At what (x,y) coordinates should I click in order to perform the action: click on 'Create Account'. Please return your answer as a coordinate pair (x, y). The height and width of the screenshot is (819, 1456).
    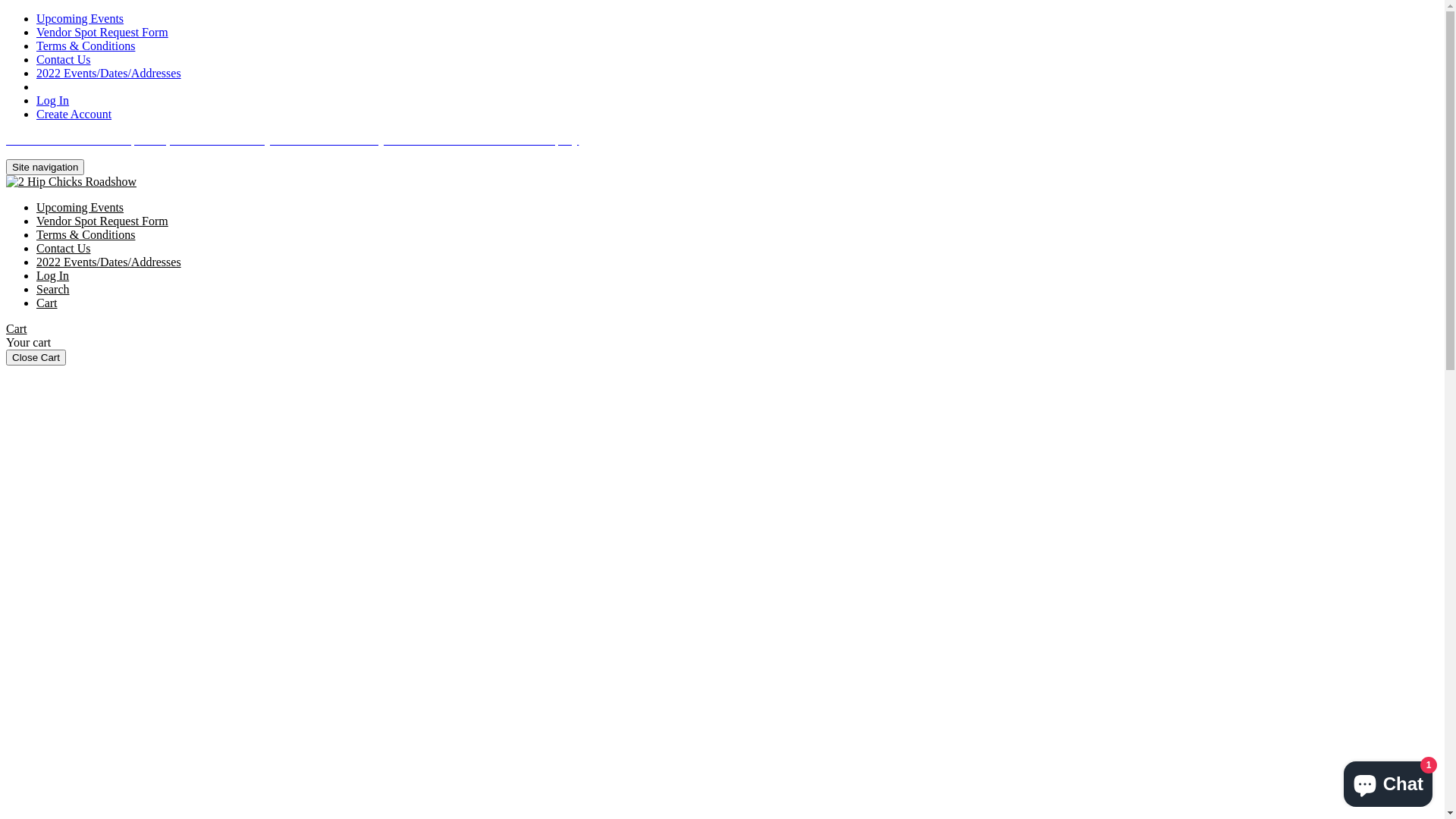
    Looking at the image, I should click on (73, 113).